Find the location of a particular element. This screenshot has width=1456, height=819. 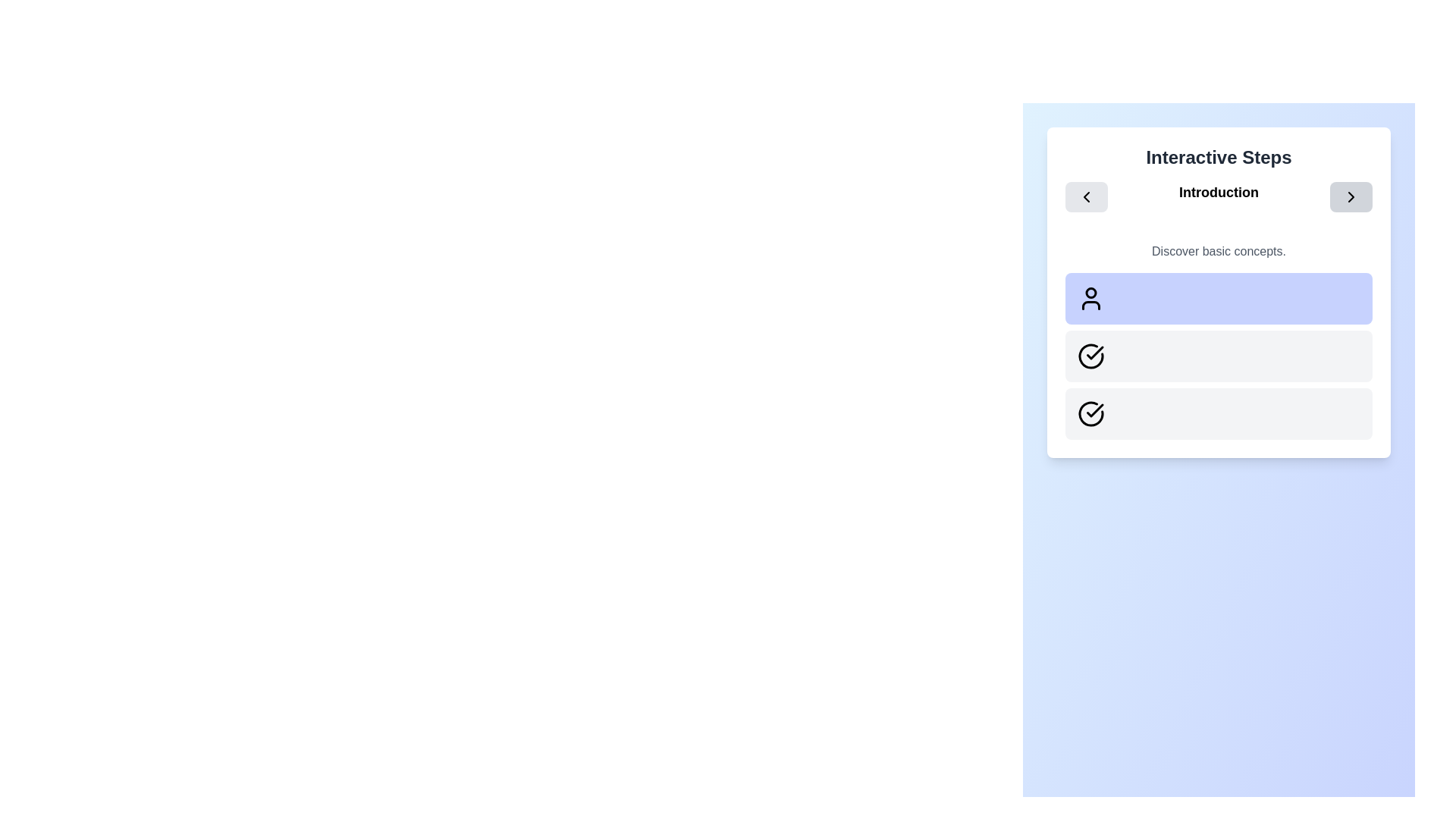

the grey rectangular button with rounded corners and a rightward-facing chevron arrow, located in the top navigation section under 'Interactive Steps' is located at coordinates (1351, 196).